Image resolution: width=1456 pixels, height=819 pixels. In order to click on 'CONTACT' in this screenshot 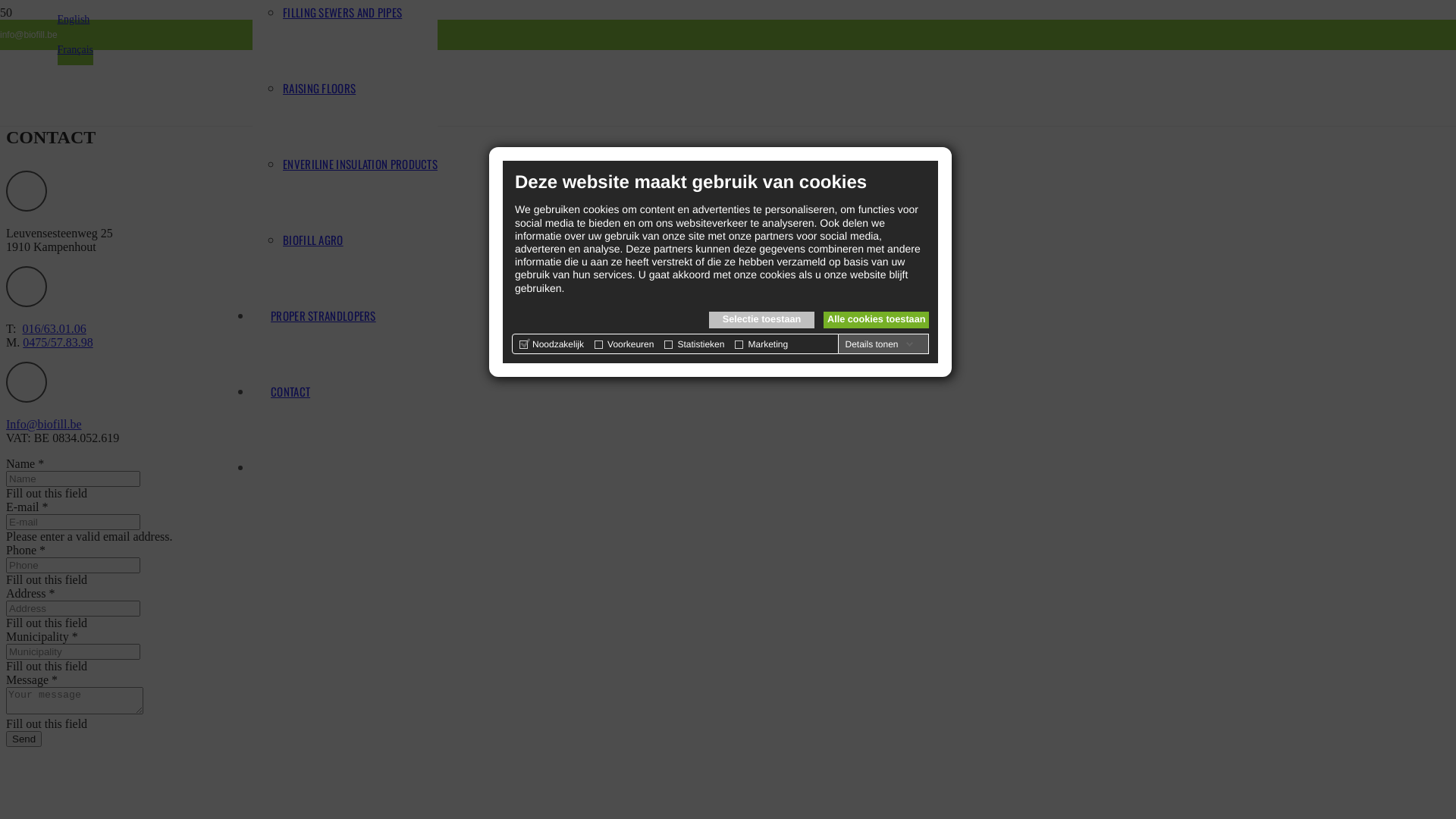, I will do `click(290, 391)`.